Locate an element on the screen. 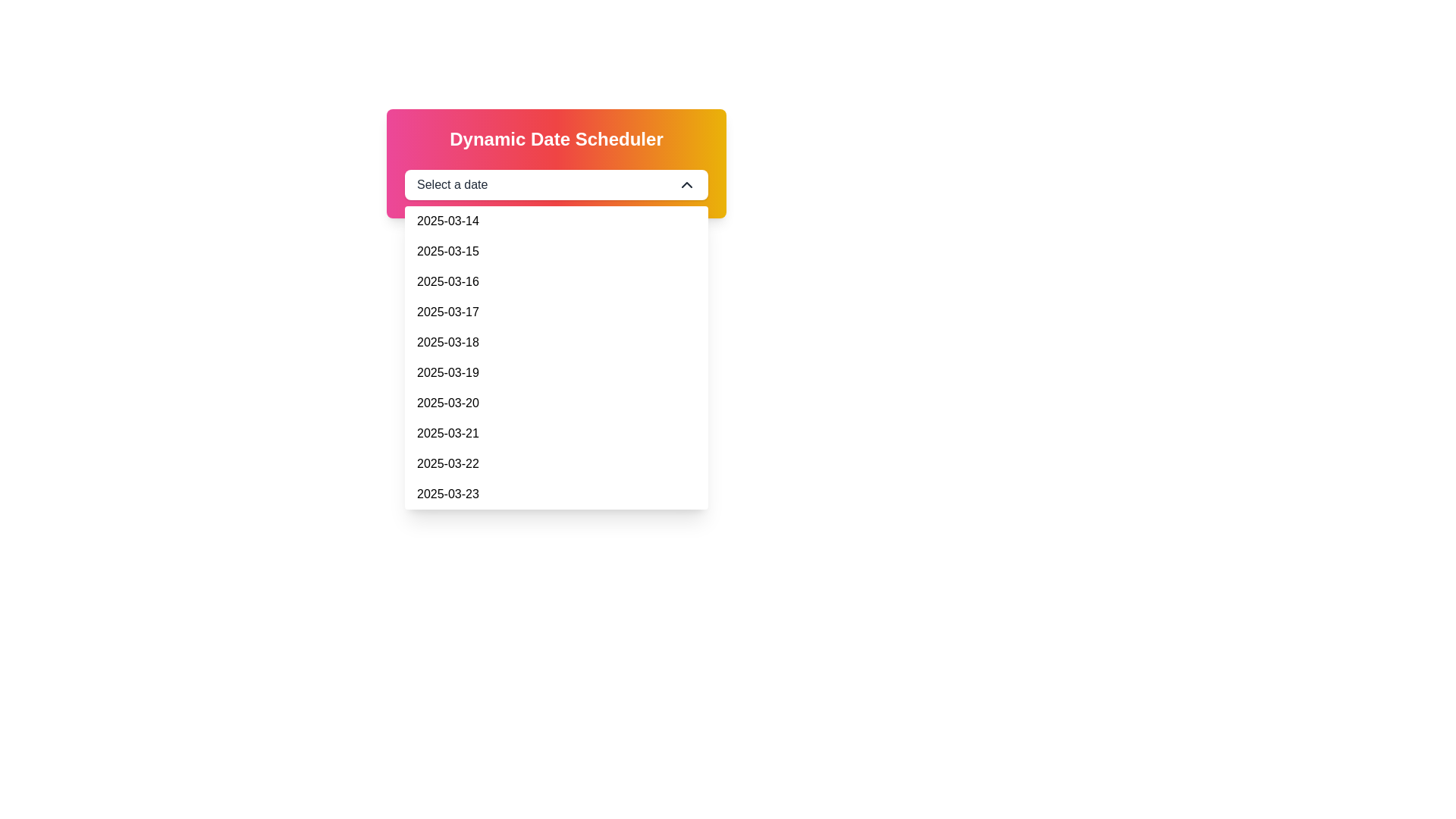 This screenshot has height=819, width=1456. the dropdown list item representing the date '2025-03-16' is located at coordinates (447, 281).